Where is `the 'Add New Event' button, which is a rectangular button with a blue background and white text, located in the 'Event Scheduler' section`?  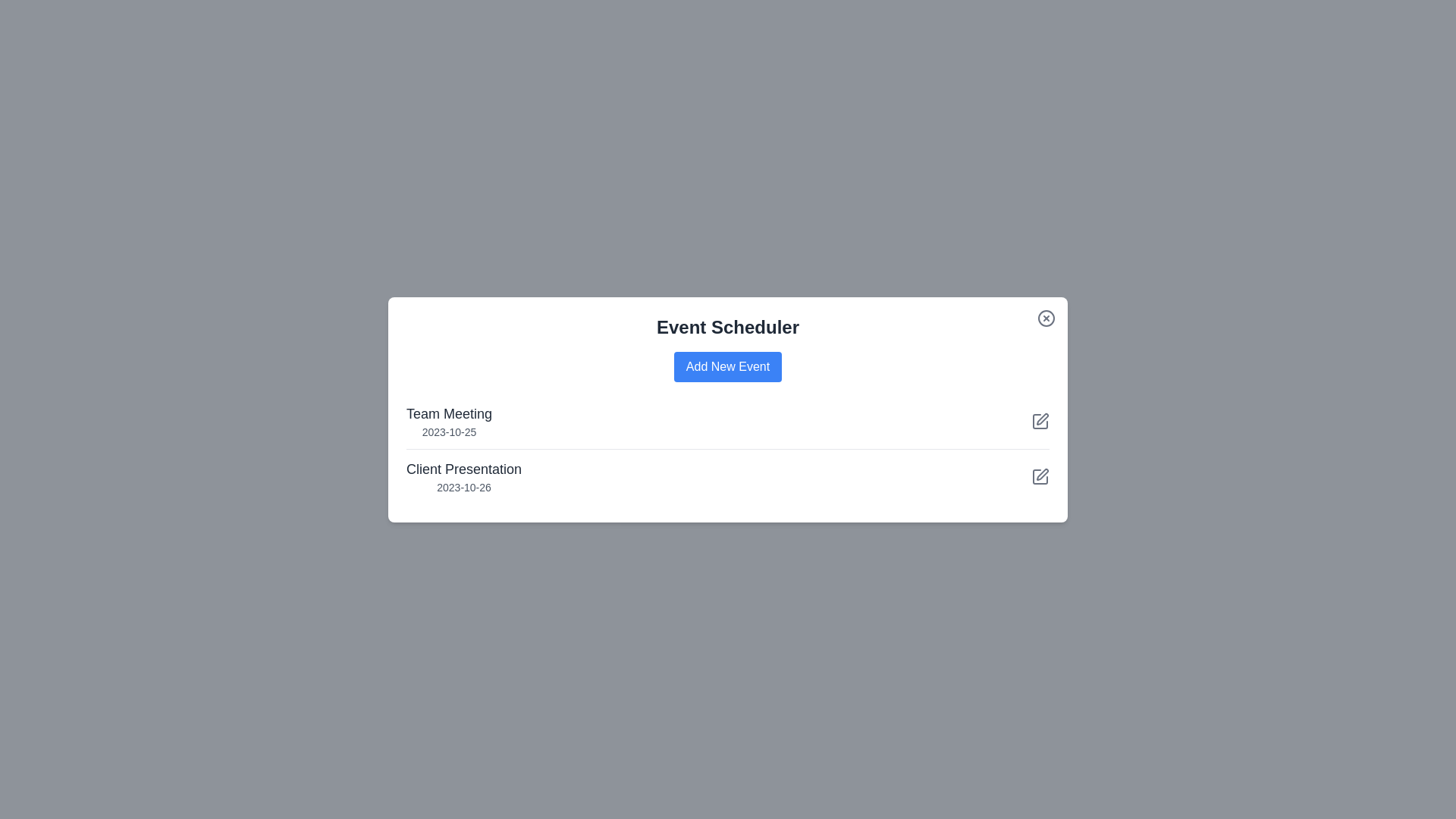 the 'Add New Event' button, which is a rectangular button with a blue background and white text, located in the 'Event Scheduler' section is located at coordinates (728, 366).